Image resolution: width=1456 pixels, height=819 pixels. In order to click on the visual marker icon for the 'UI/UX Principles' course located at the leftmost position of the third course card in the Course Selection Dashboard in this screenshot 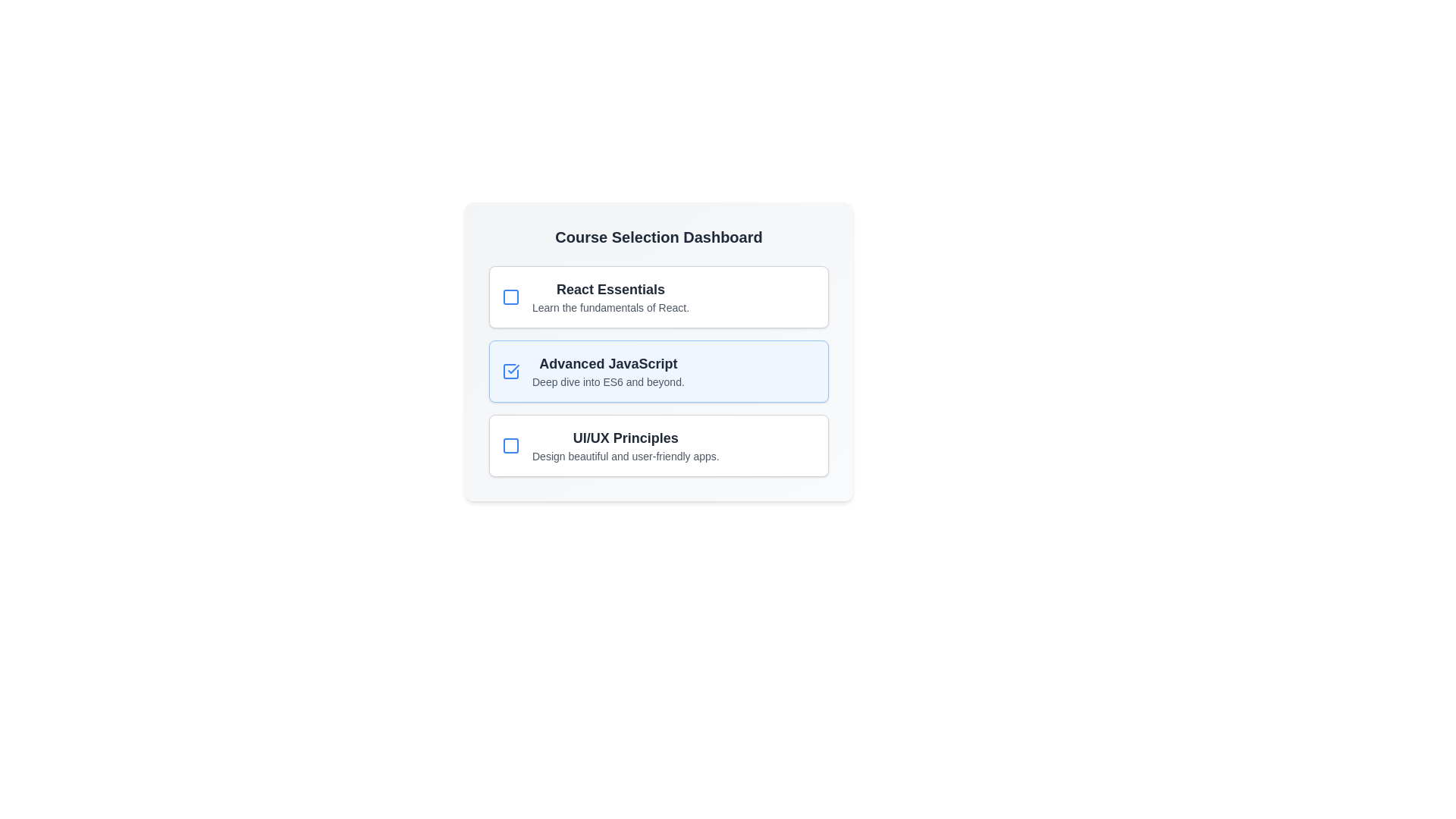, I will do `click(510, 444)`.